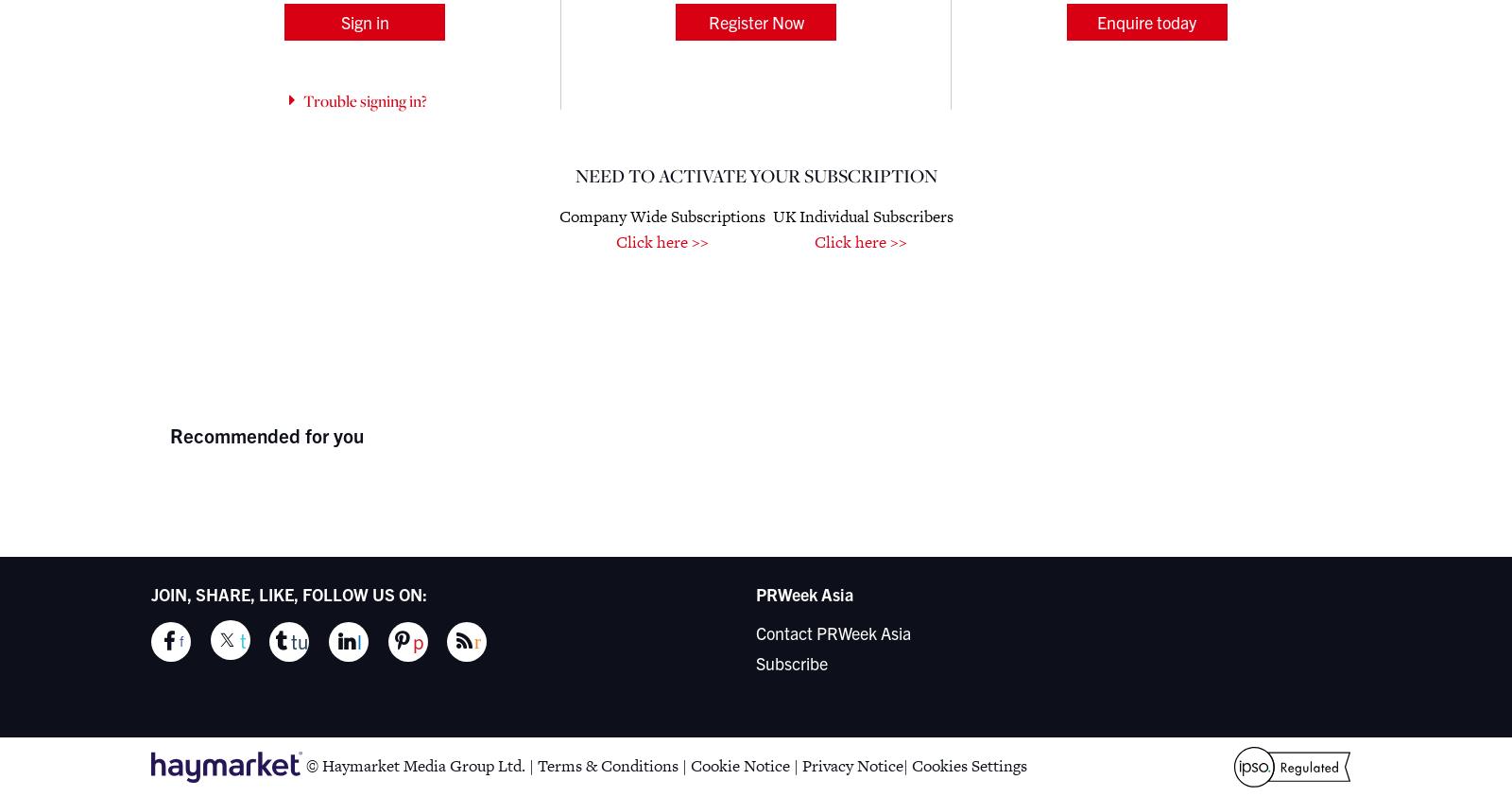  I want to click on 'r', so click(475, 640).